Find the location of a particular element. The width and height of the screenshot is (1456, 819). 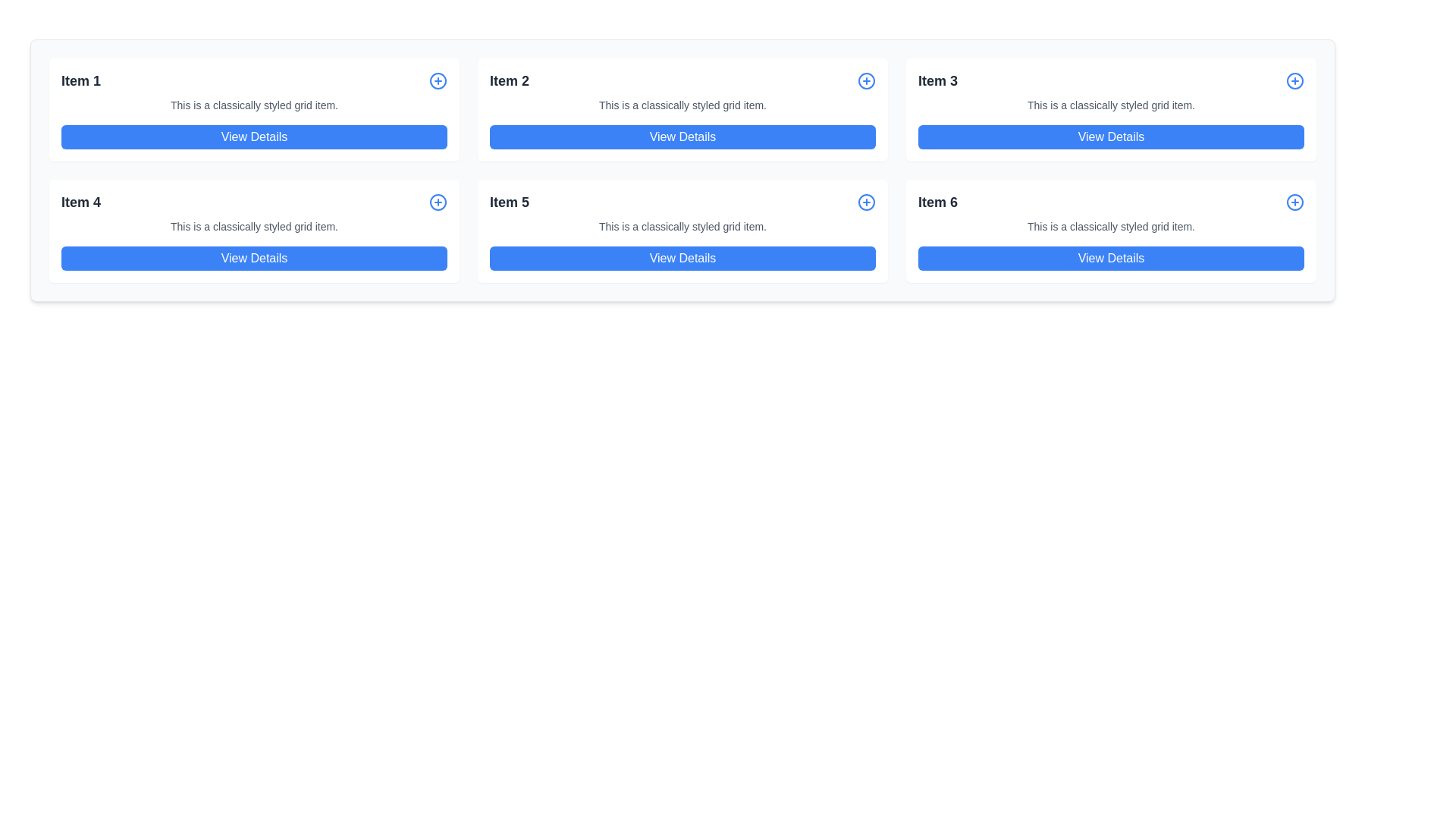

the button with a blue background and white text reading 'View Details' to trigger the color change effect is located at coordinates (682, 257).